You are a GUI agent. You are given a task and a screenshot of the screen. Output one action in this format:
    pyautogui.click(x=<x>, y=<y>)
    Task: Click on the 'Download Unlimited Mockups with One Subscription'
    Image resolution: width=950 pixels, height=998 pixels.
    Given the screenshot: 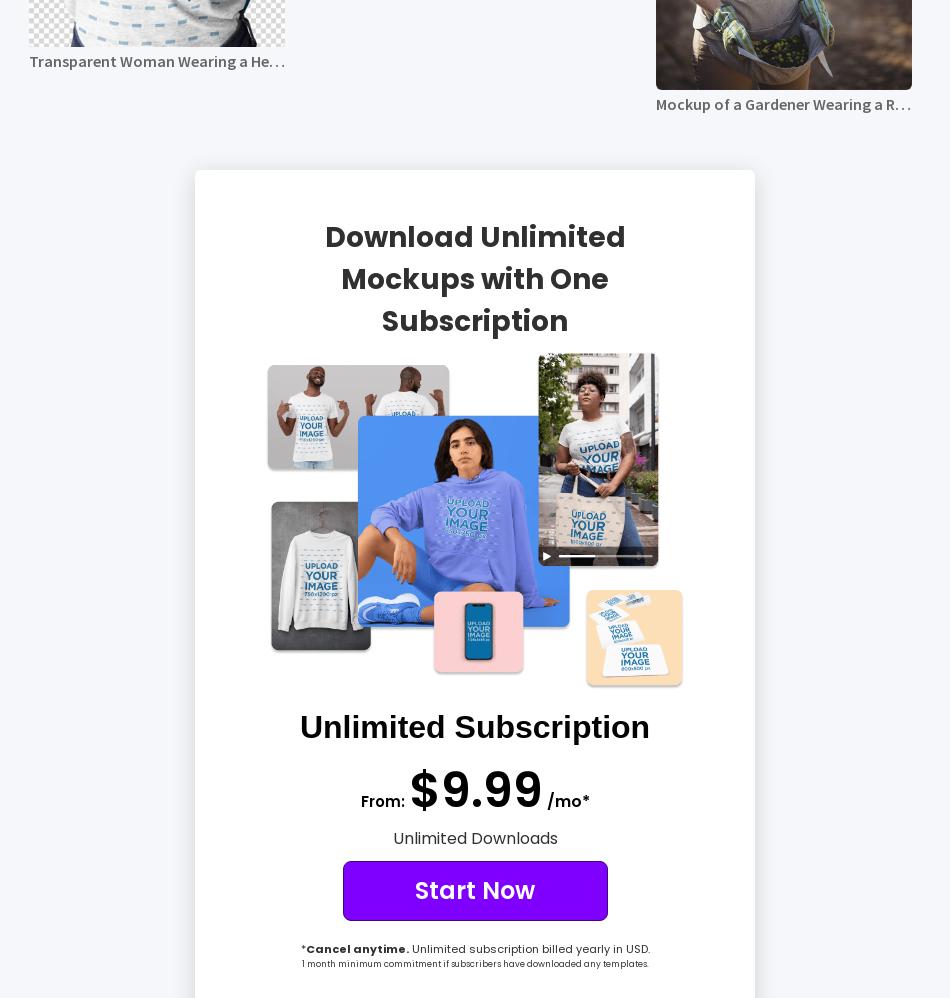 What is the action you would take?
    pyautogui.click(x=473, y=277)
    